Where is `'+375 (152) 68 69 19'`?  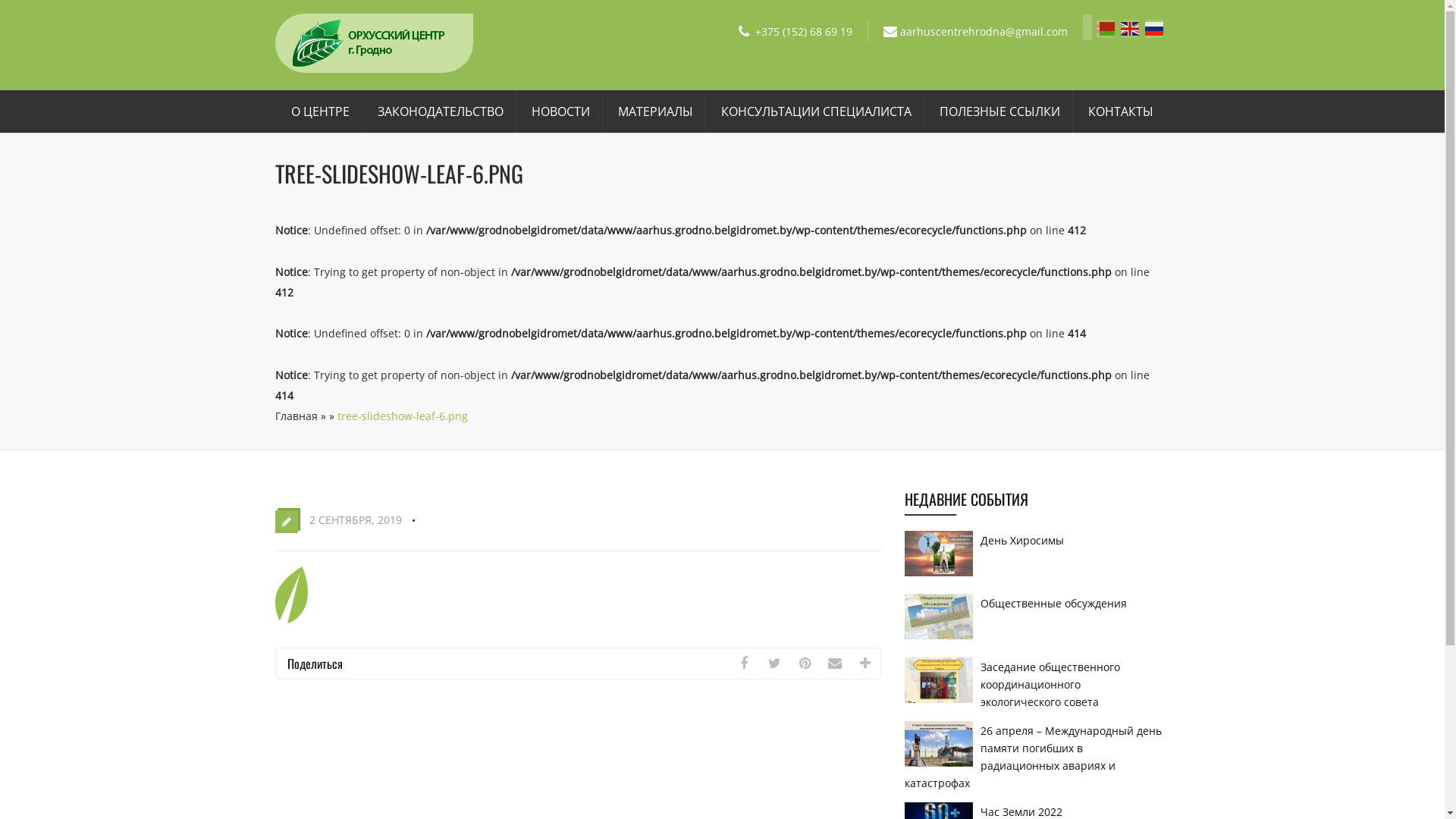
'+375 (152) 68 69 19' is located at coordinates (803, 31).